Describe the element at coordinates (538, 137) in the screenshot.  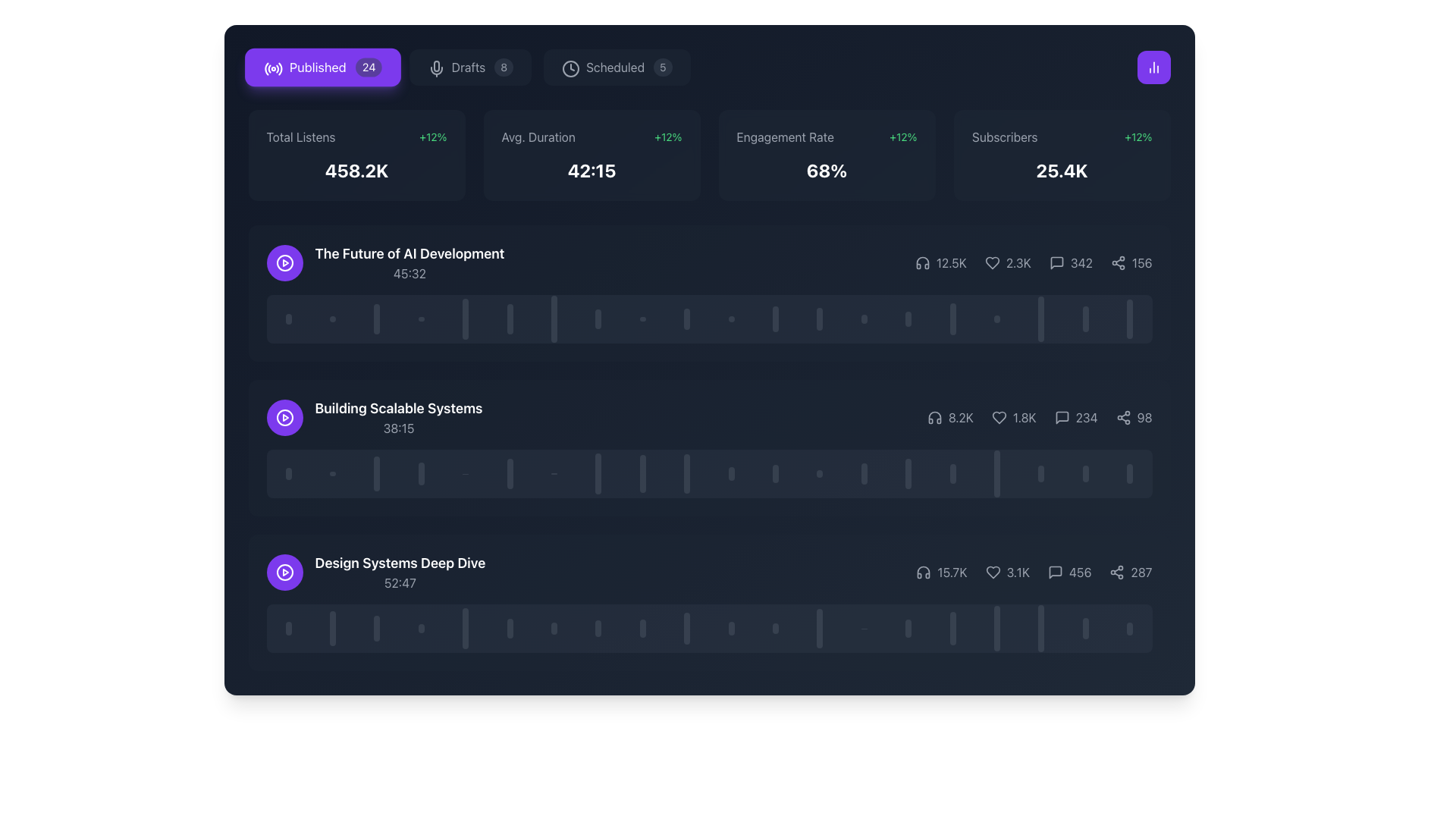
I see `the Text Label that describes the metric value '42:15'` at that location.